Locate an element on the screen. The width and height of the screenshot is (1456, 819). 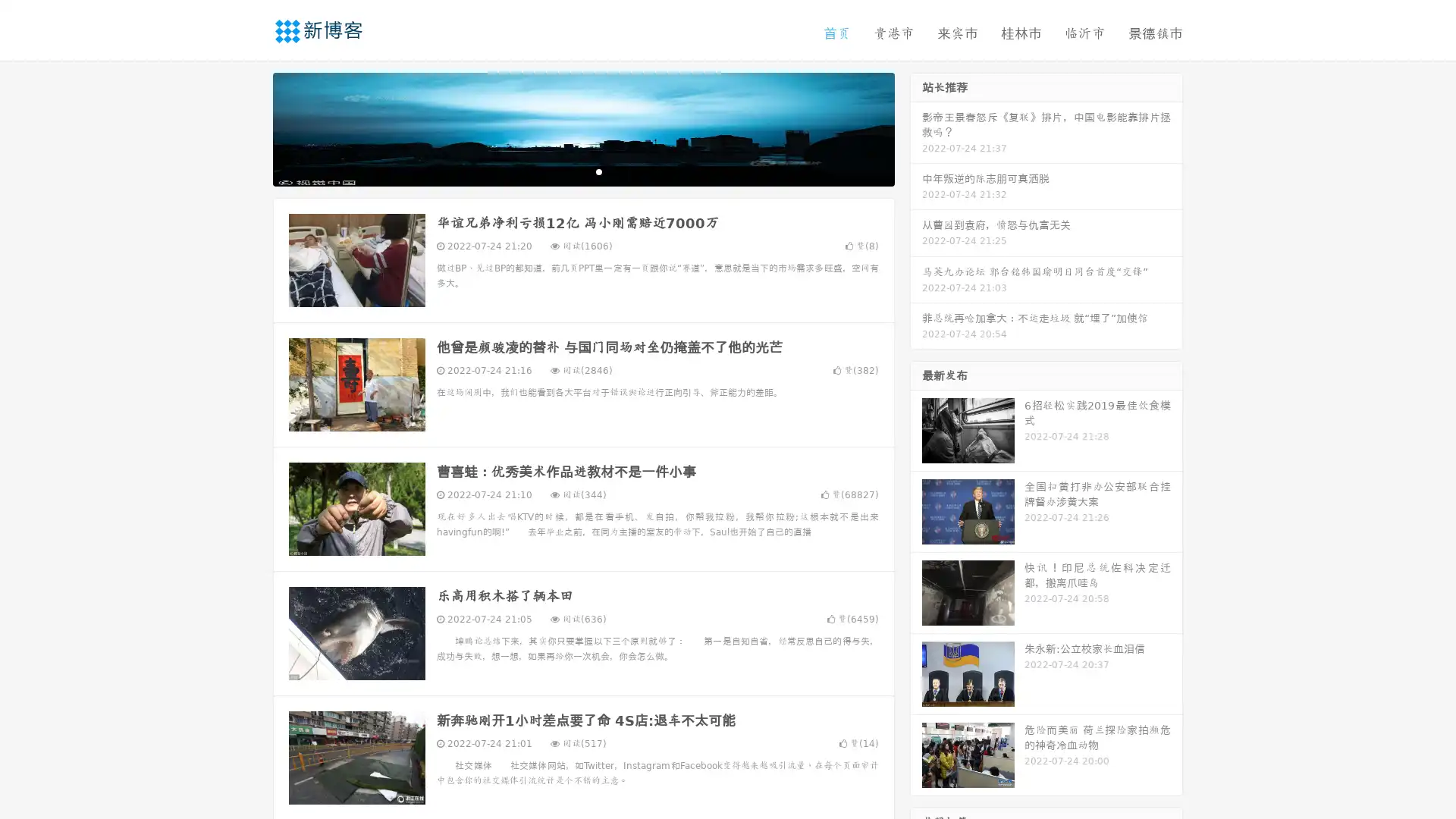
Next slide is located at coordinates (916, 127).